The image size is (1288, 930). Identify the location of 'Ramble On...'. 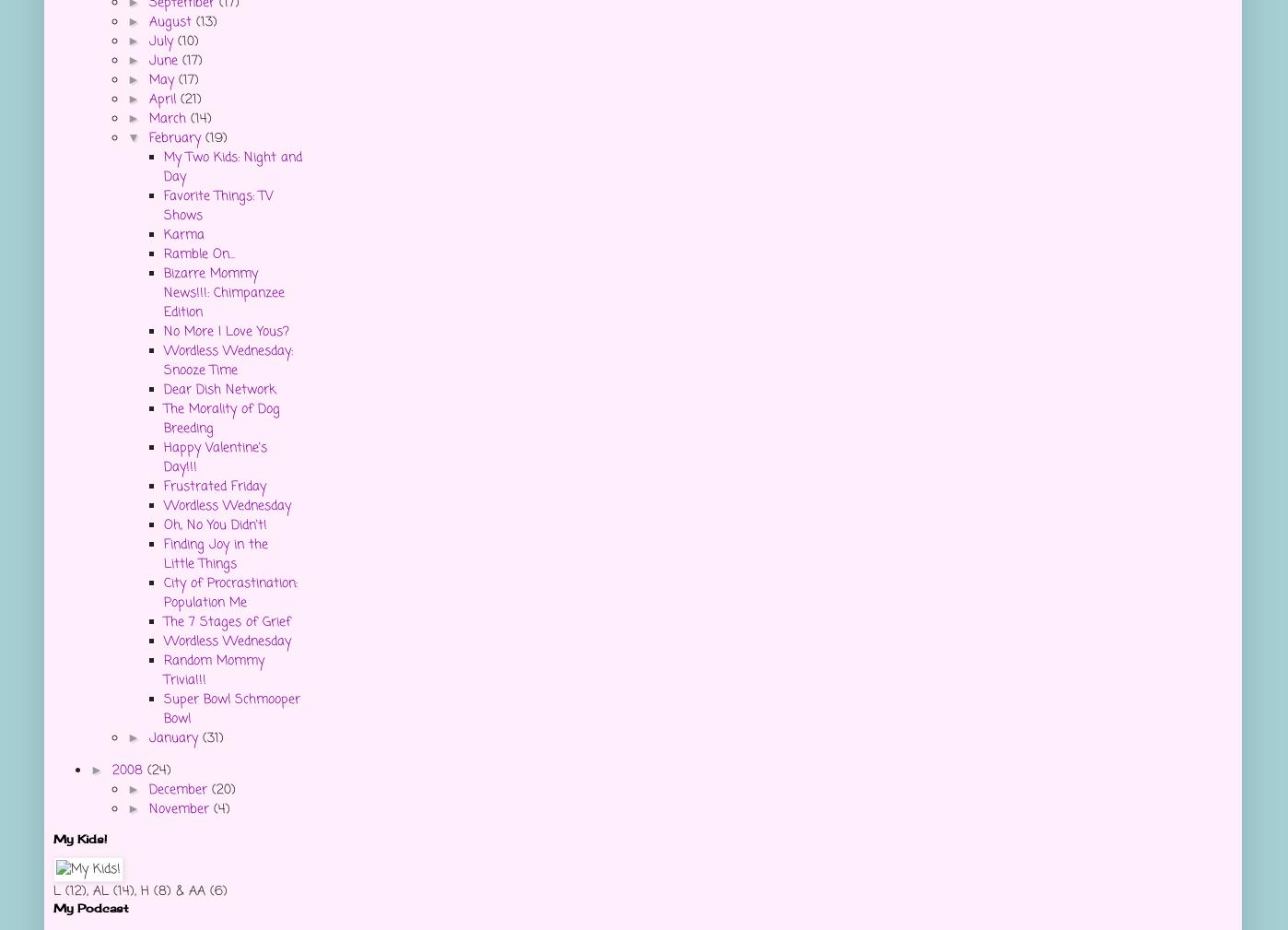
(199, 253).